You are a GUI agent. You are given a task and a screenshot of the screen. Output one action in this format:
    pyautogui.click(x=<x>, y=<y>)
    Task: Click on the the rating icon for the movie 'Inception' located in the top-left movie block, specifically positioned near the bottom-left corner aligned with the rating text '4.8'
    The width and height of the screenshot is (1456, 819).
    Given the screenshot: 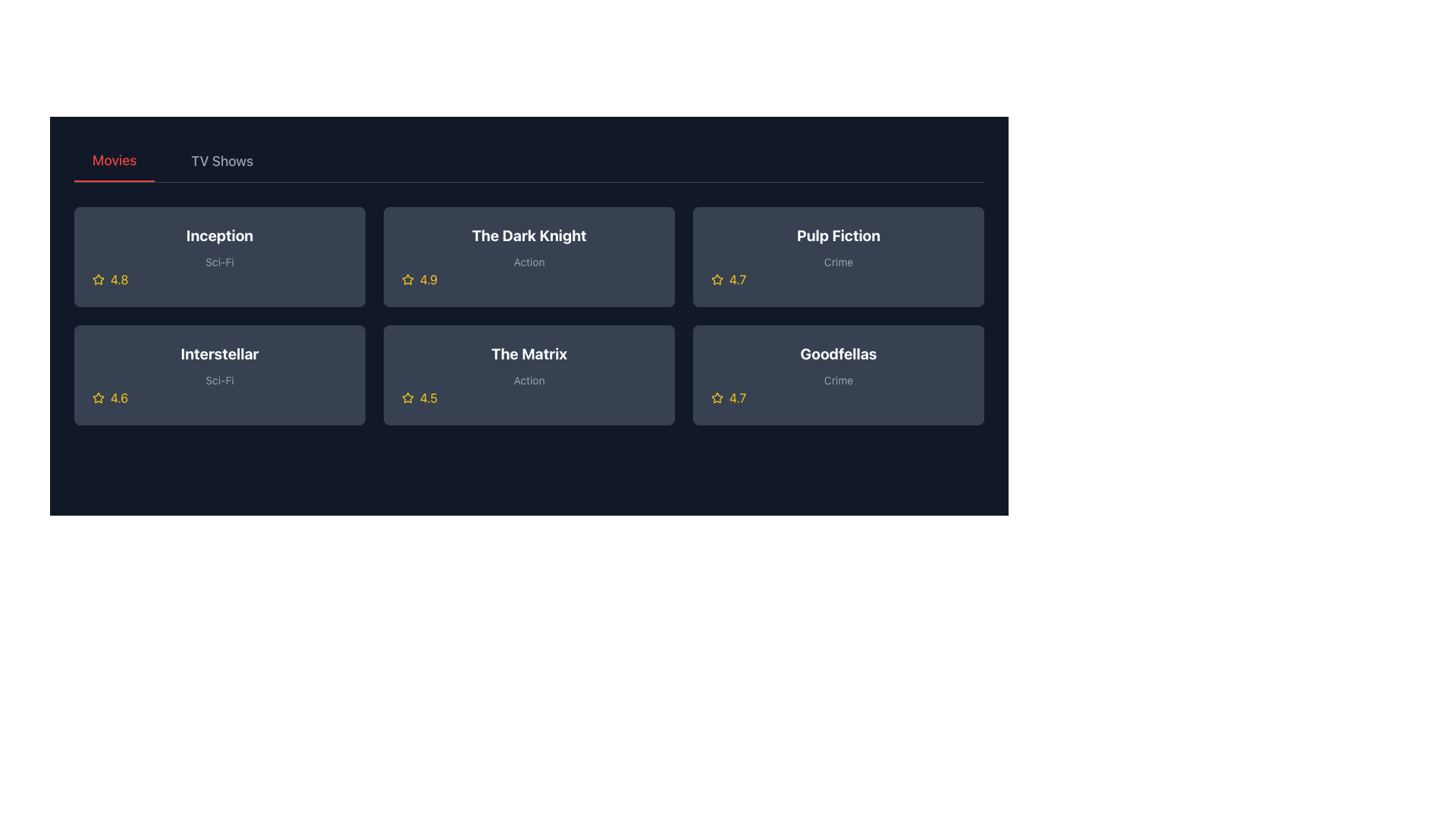 What is the action you would take?
    pyautogui.click(x=97, y=279)
    